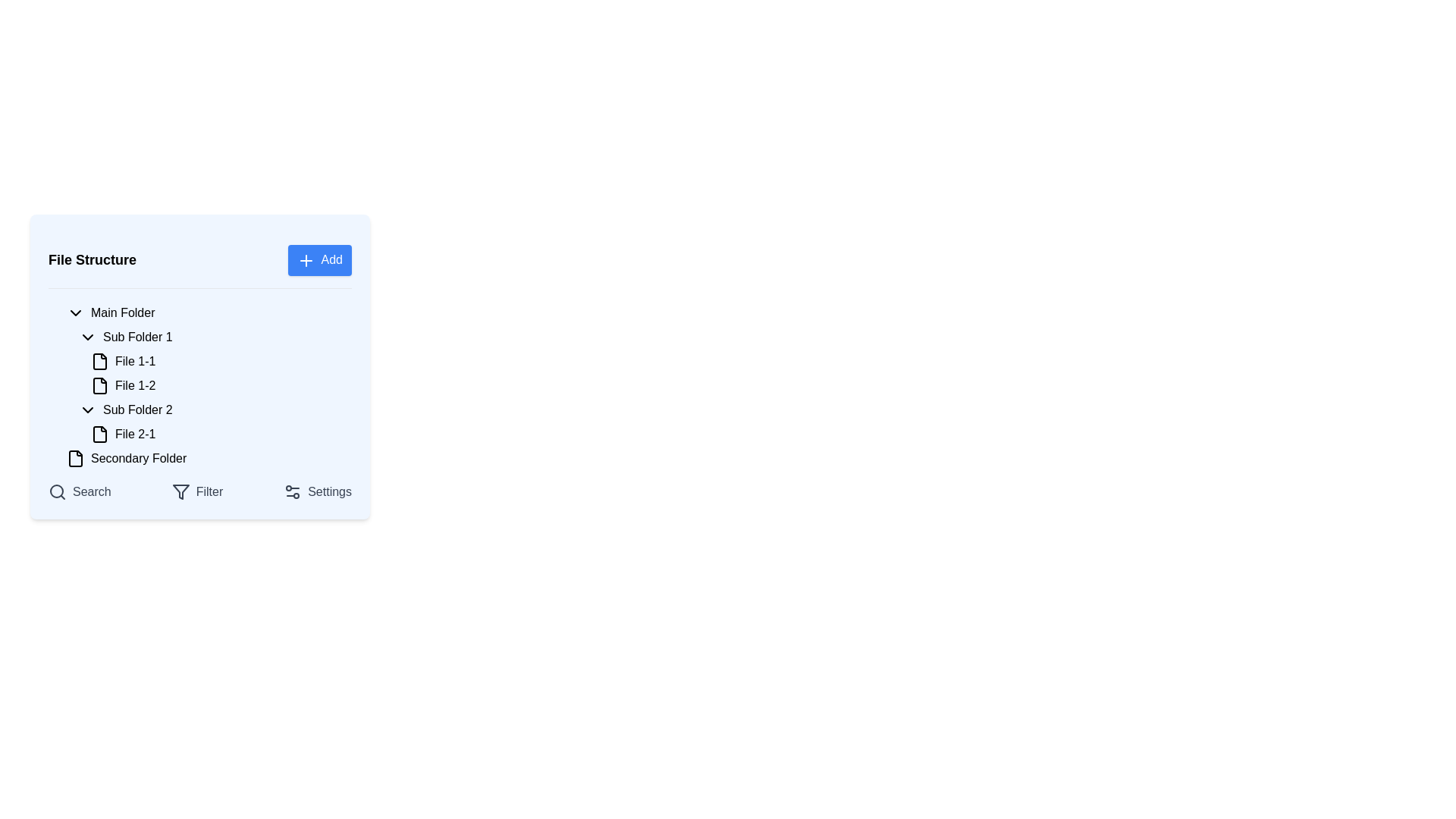 This screenshot has height=819, width=1456. What do you see at coordinates (86, 409) in the screenshot?
I see `the Chevron Icon located to the left of the text 'Sub Folder 2' to provide visual feedback` at bounding box center [86, 409].